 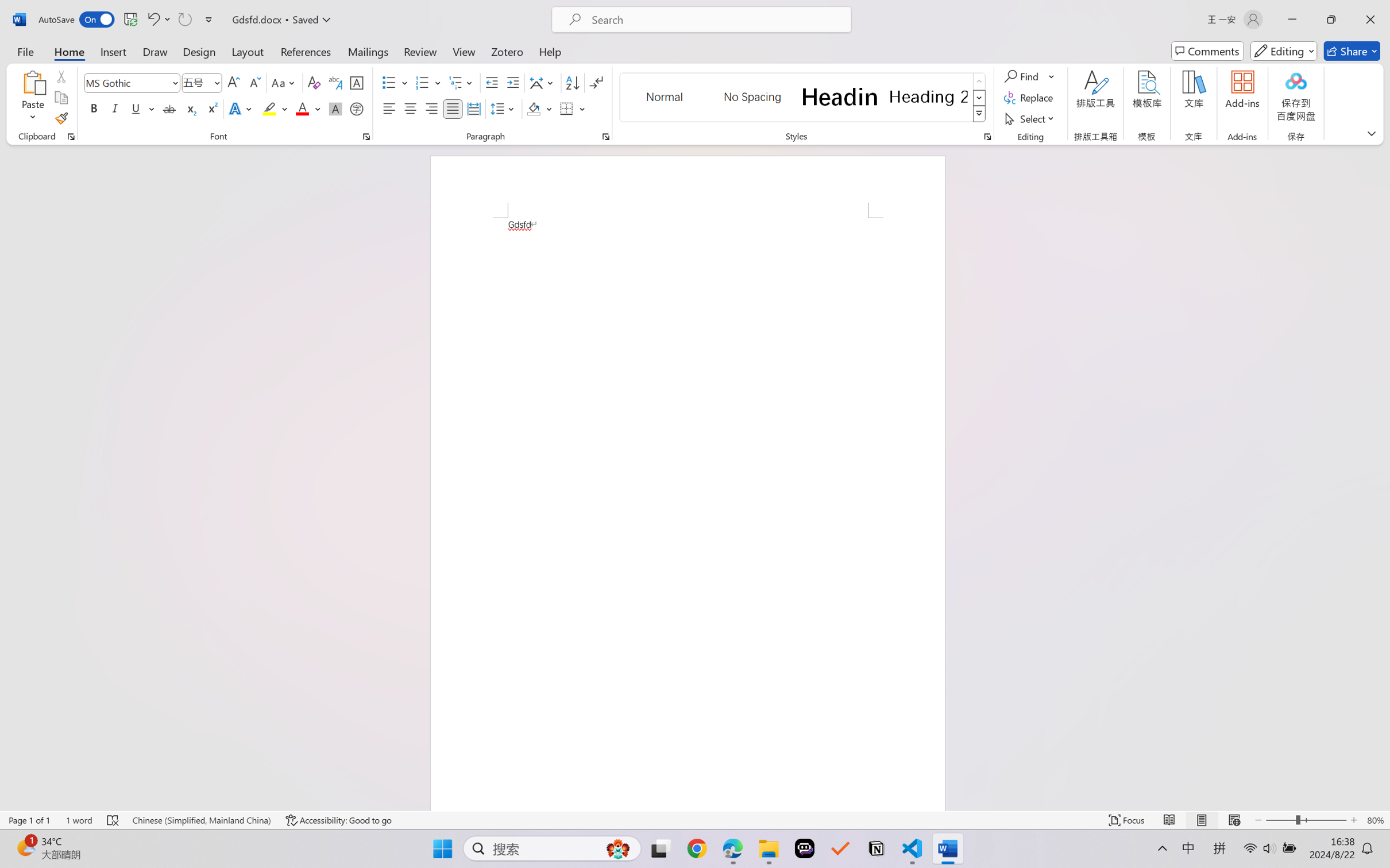 What do you see at coordinates (157, 19) in the screenshot?
I see `'Undo Font Formatting'` at bounding box center [157, 19].